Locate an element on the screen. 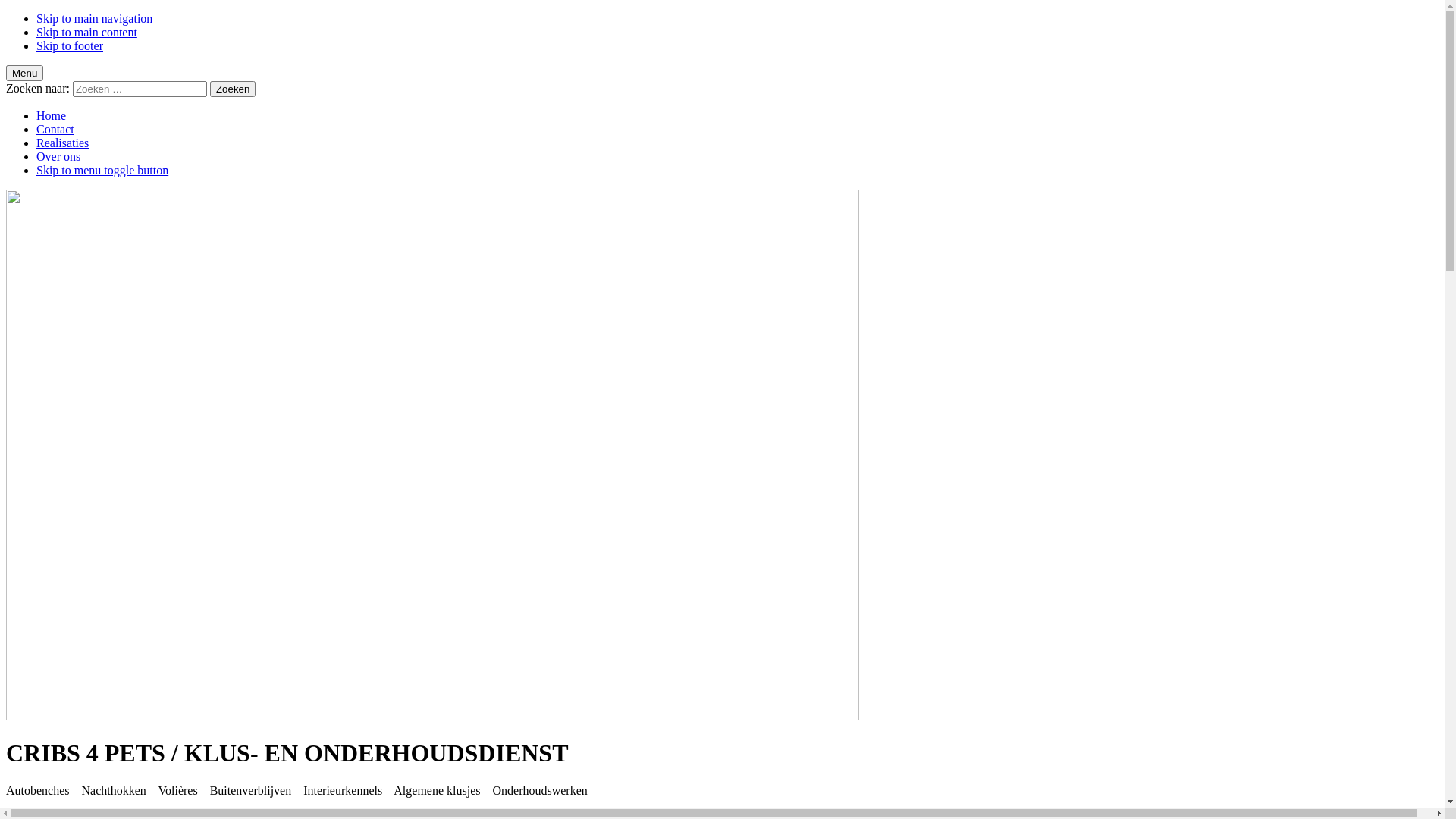 The image size is (1456, 819). 'Home' is located at coordinates (51, 115).